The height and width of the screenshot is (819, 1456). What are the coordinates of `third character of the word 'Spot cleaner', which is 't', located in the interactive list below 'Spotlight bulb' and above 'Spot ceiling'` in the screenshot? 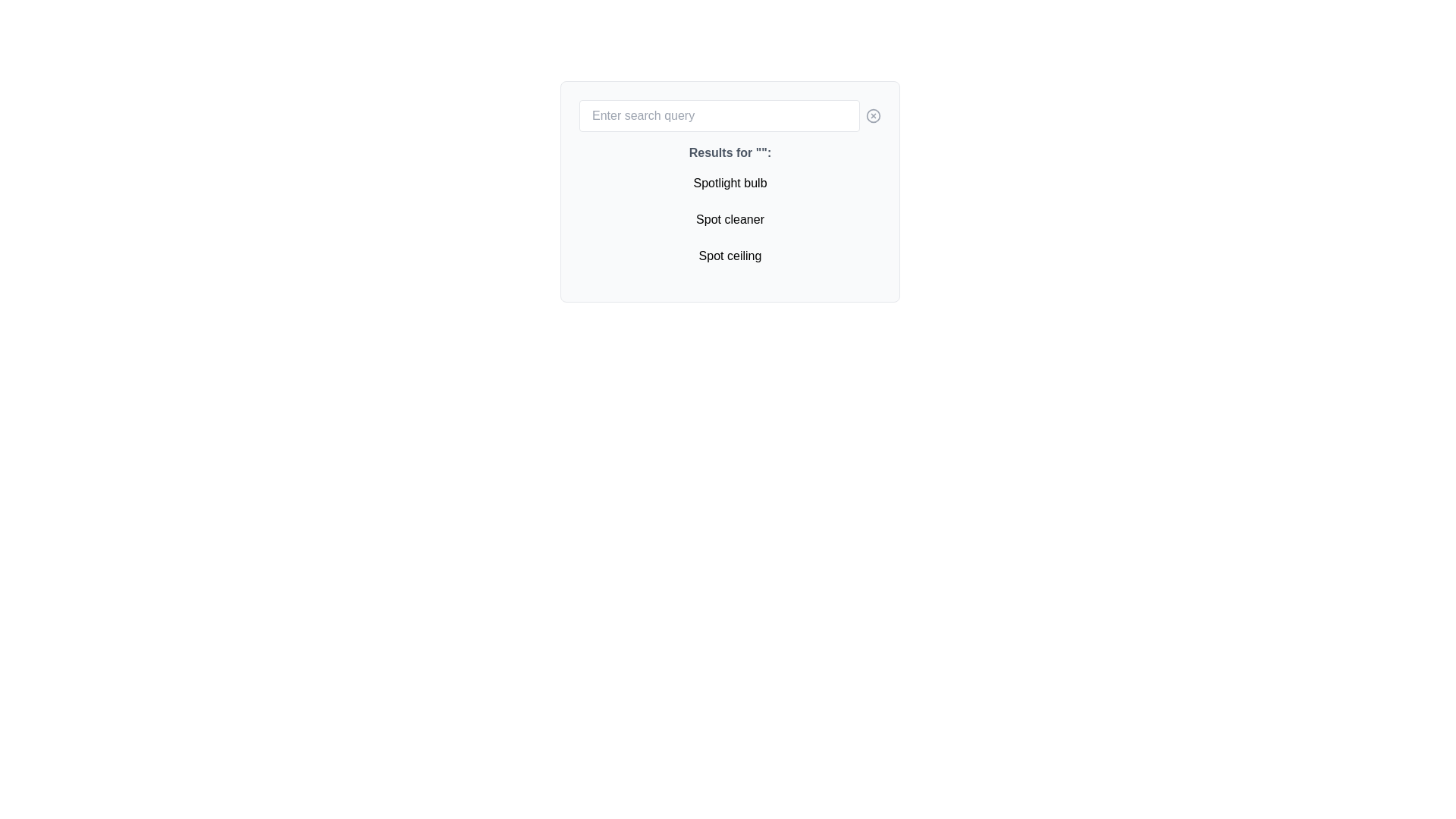 It's located at (707, 219).